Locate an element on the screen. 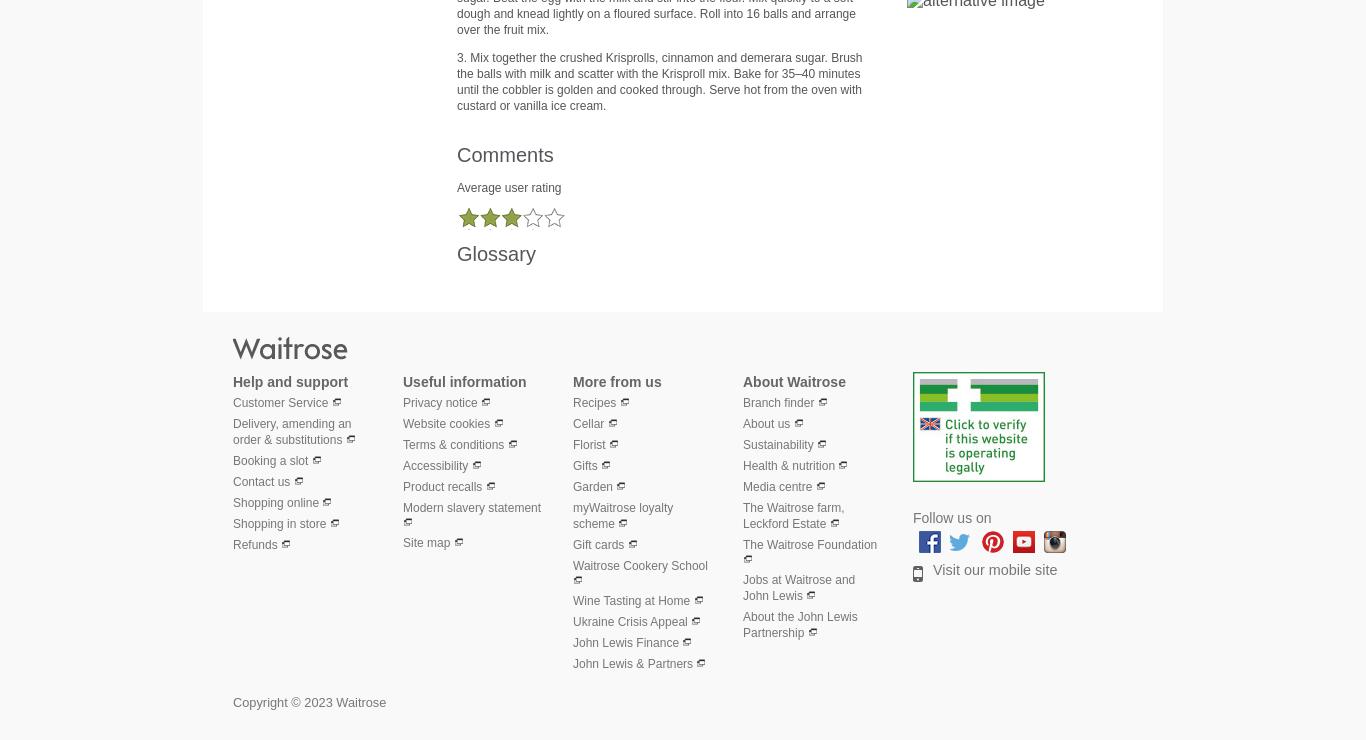 The height and width of the screenshot is (740, 1366). 'Booking a slot' is located at coordinates (270, 458).